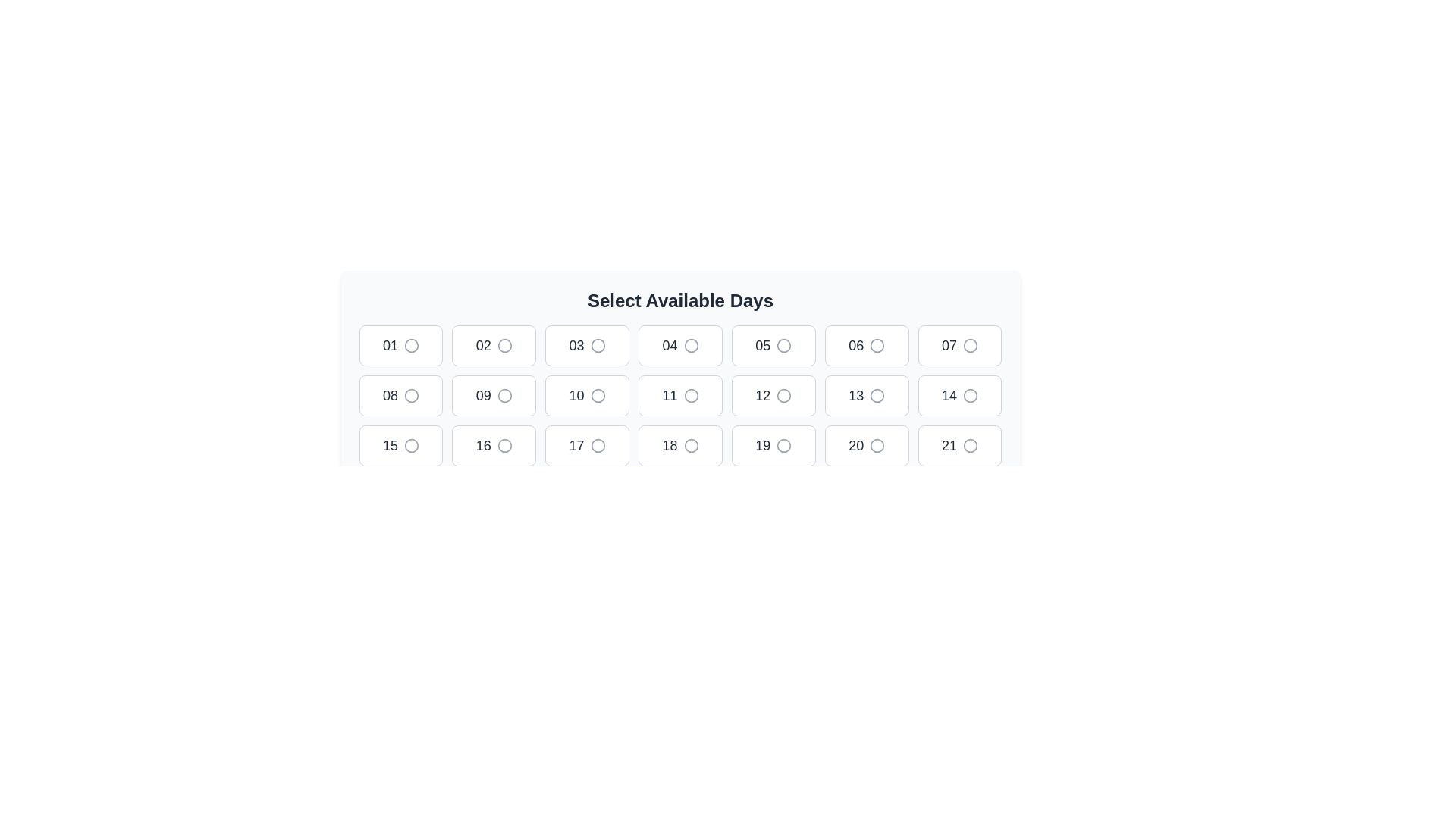 The height and width of the screenshot is (819, 1456). I want to click on the circular icon located to the right of the button labeled '01', so click(411, 345).